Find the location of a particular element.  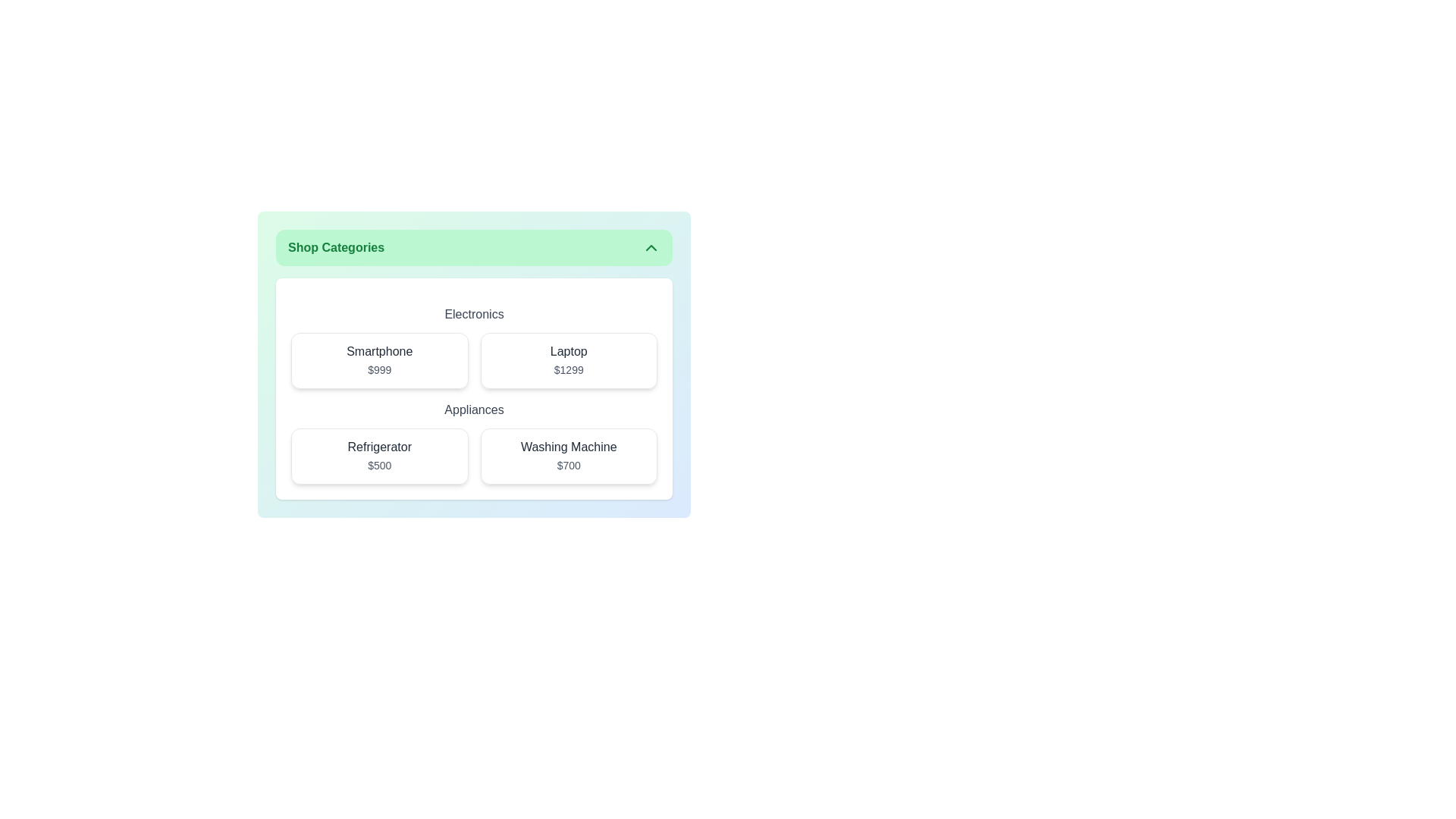

the first item card representing a refrigerator priced at $500 in the Appliances section is located at coordinates (379, 455).